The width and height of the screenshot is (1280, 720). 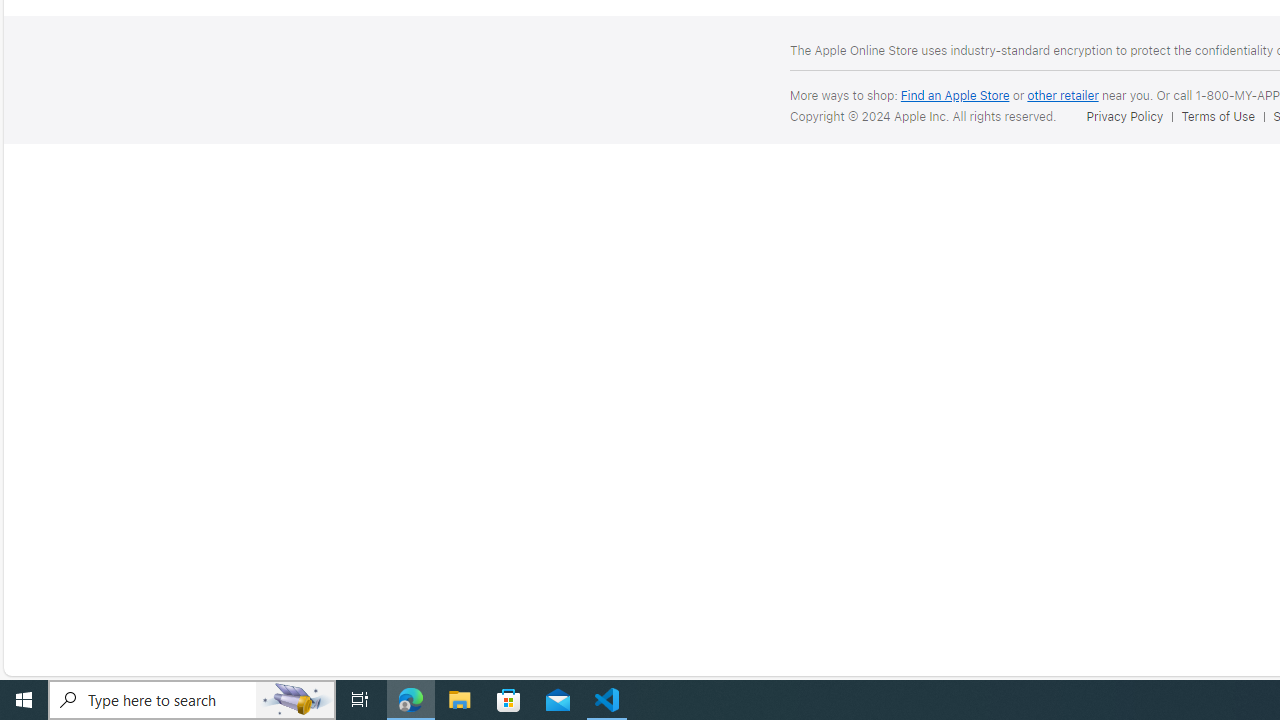 What do you see at coordinates (953, 95) in the screenshot?
I see `'Find an Apple Store'` at bounding box center [953, 95].